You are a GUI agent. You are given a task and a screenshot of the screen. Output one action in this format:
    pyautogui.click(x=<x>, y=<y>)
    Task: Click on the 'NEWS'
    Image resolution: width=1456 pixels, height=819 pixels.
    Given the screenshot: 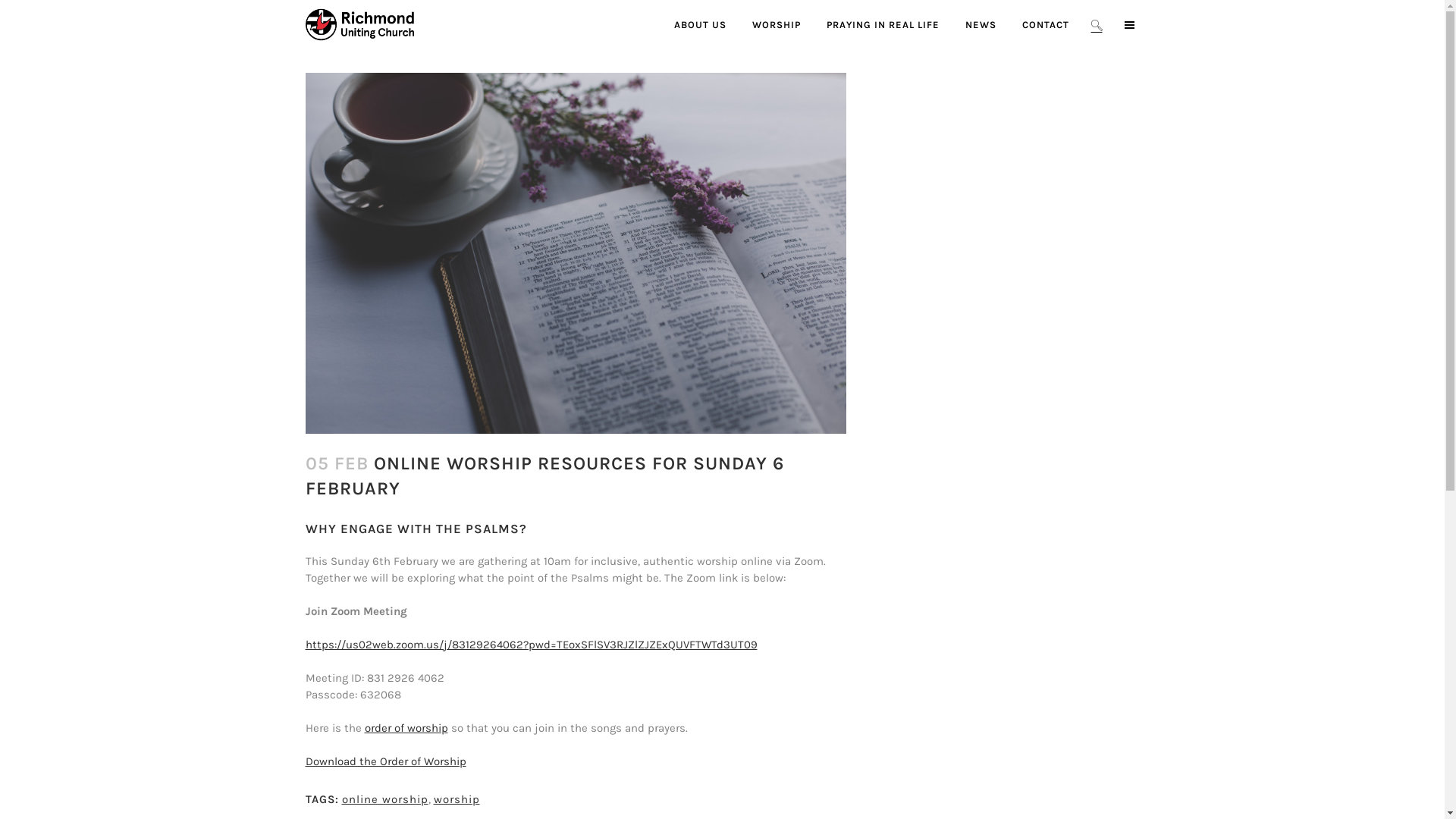 What is the action you would take?
    pyautogui.click(x=981, y=24)
    